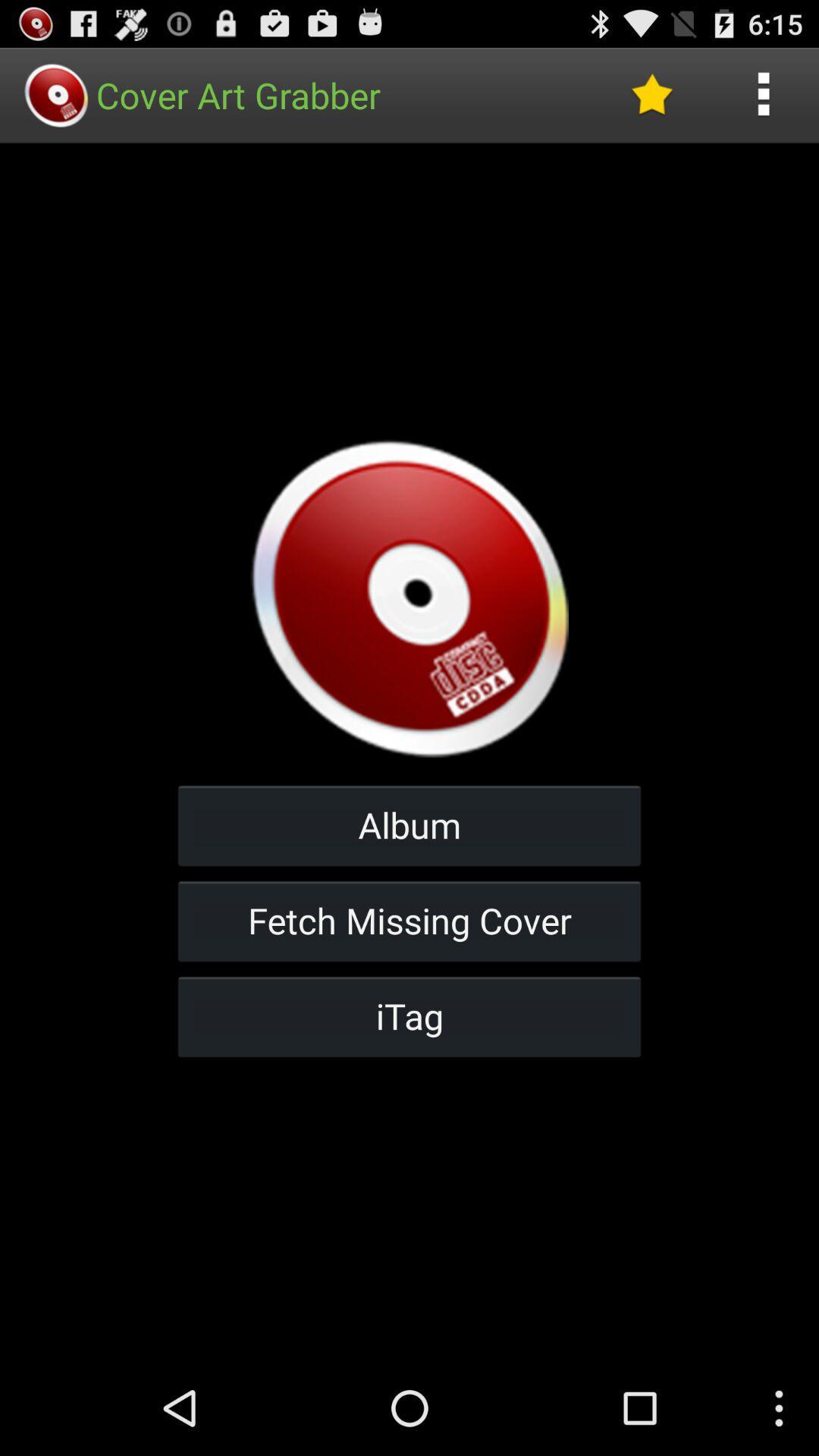  Describe the element at coordinates (651, 94) in the screenshot. I see `the item next to cover art grabber icon` at that location.